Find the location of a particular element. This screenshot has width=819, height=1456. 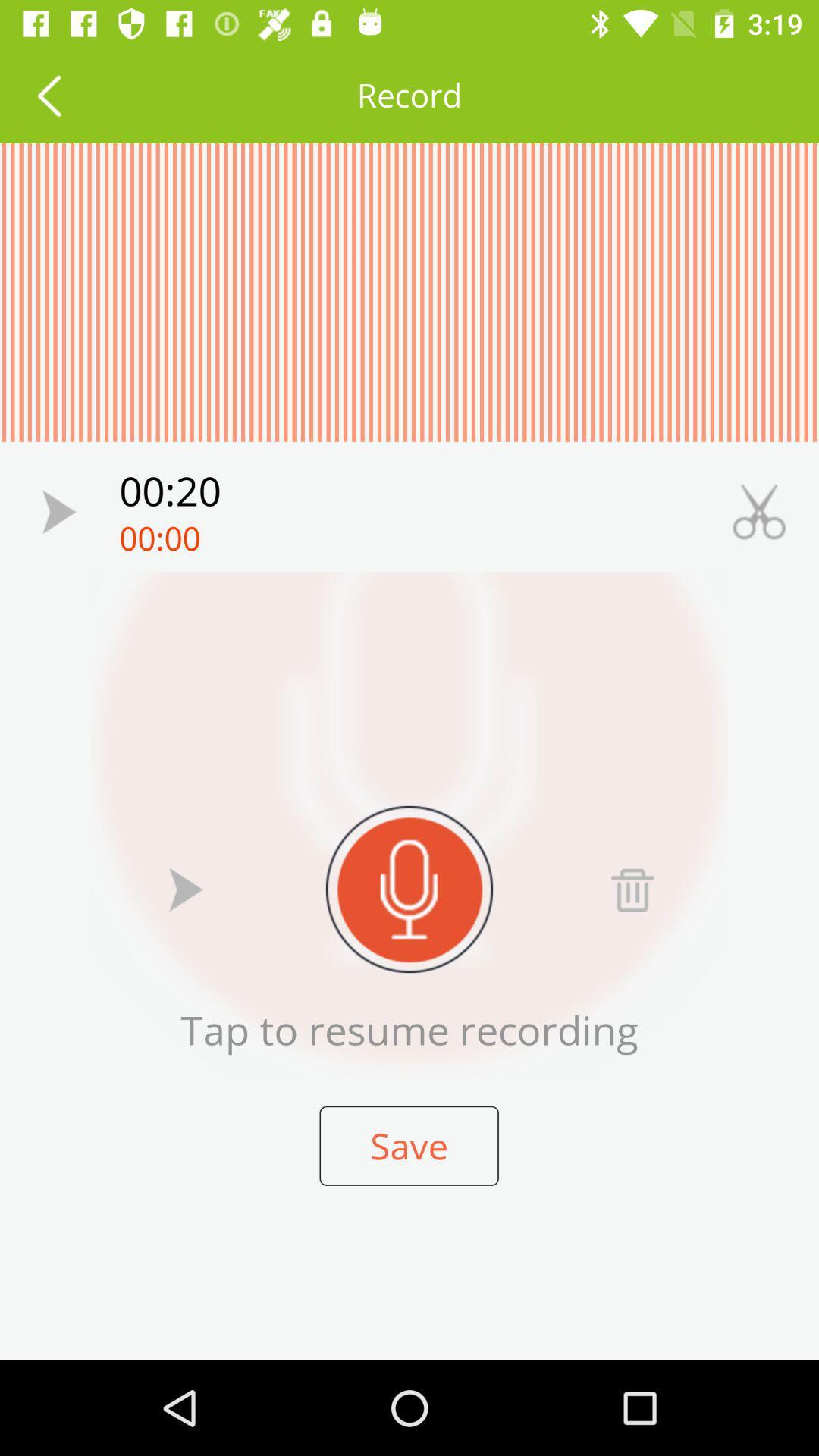

press the microphone button in the center of the screen to resume the podcast is located at coordinates (409, 889).